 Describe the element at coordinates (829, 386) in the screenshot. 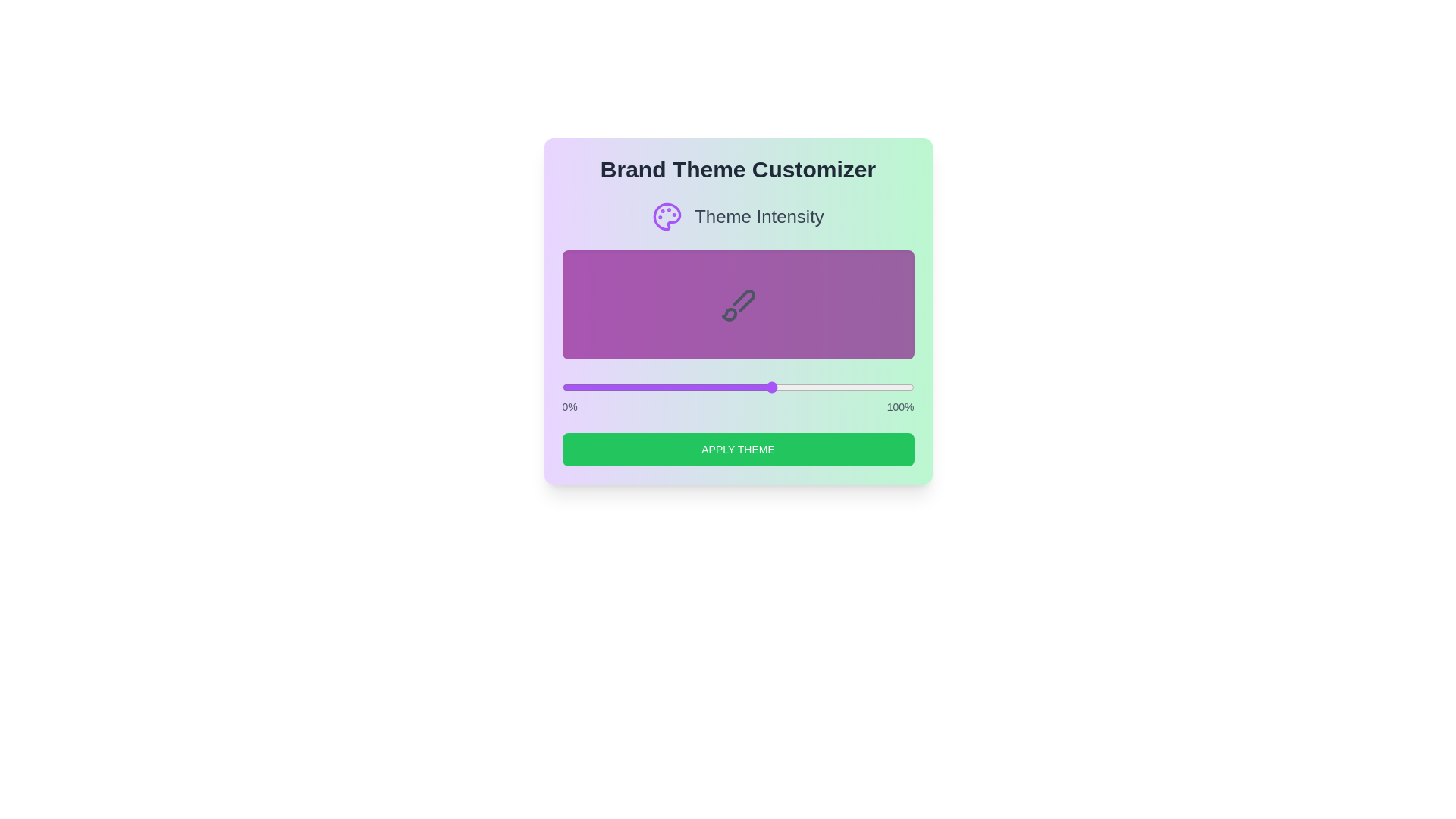

I see `the theme intensity to 76 percent using the slider` at that location.